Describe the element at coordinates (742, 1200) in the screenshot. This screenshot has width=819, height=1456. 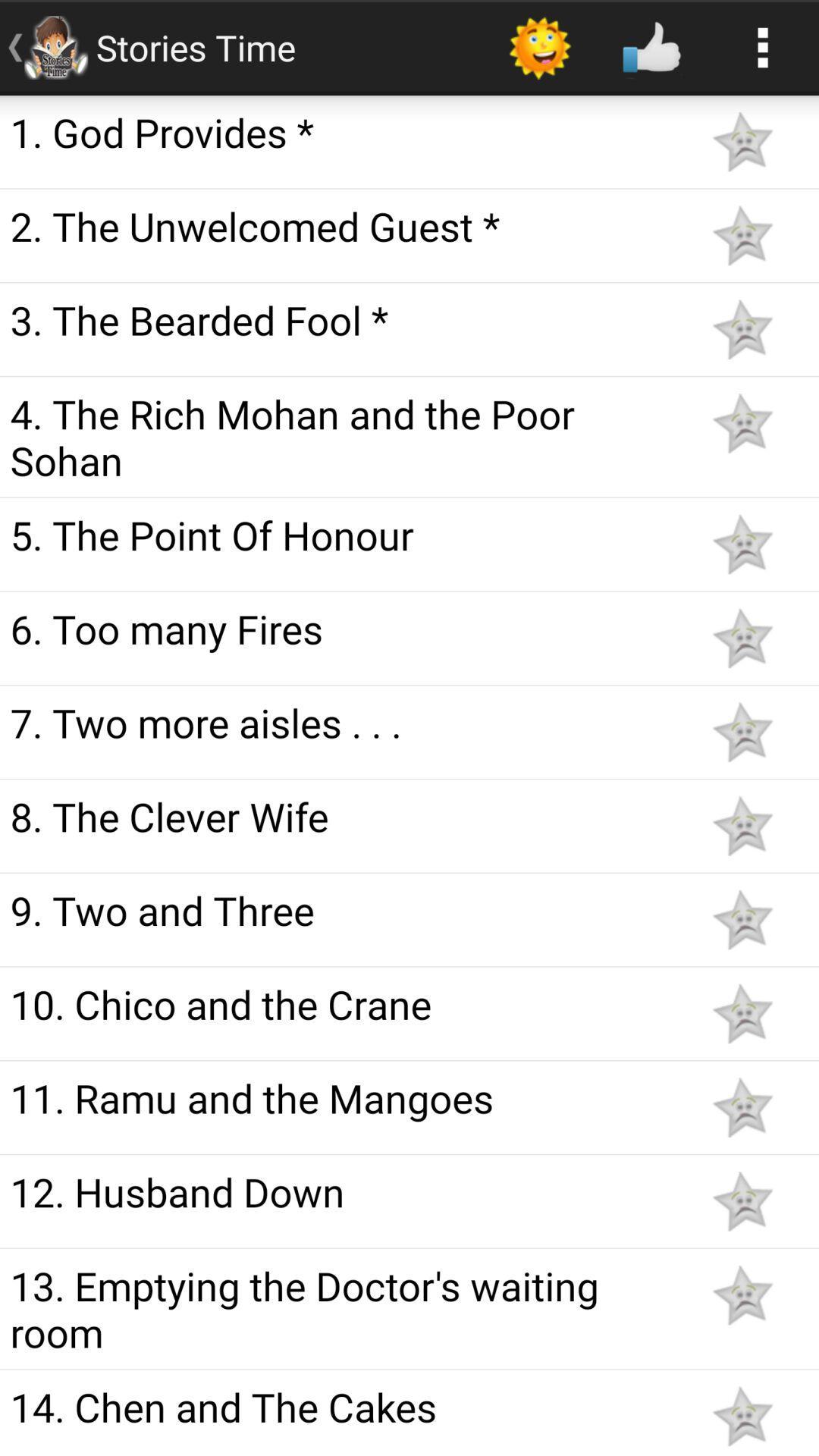
I see `stare favorite` at that location.